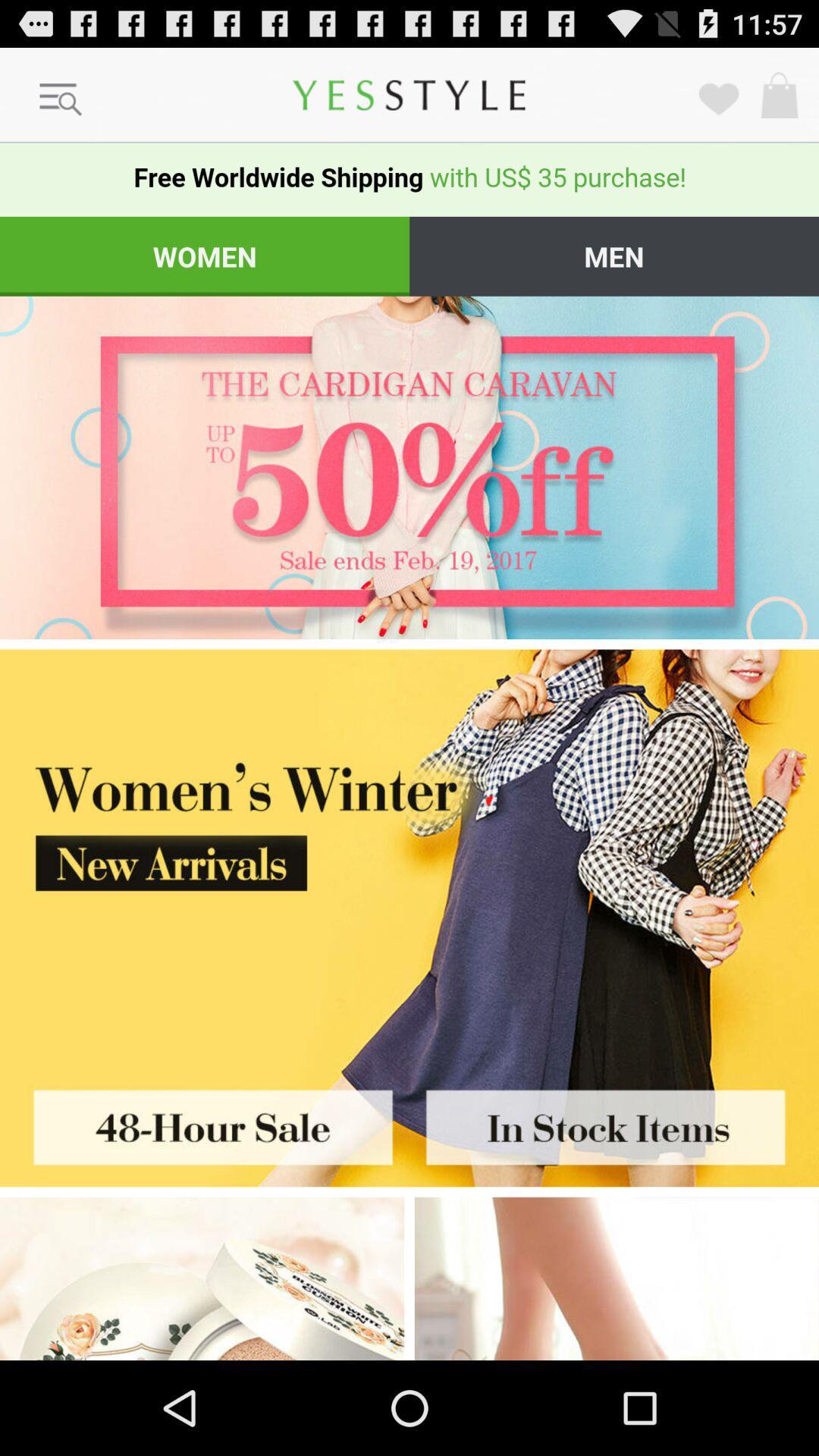  What do you see at coordinates (409, 854) in the screenshot?
I see `adventisment page` at bounding box center [409, 854].